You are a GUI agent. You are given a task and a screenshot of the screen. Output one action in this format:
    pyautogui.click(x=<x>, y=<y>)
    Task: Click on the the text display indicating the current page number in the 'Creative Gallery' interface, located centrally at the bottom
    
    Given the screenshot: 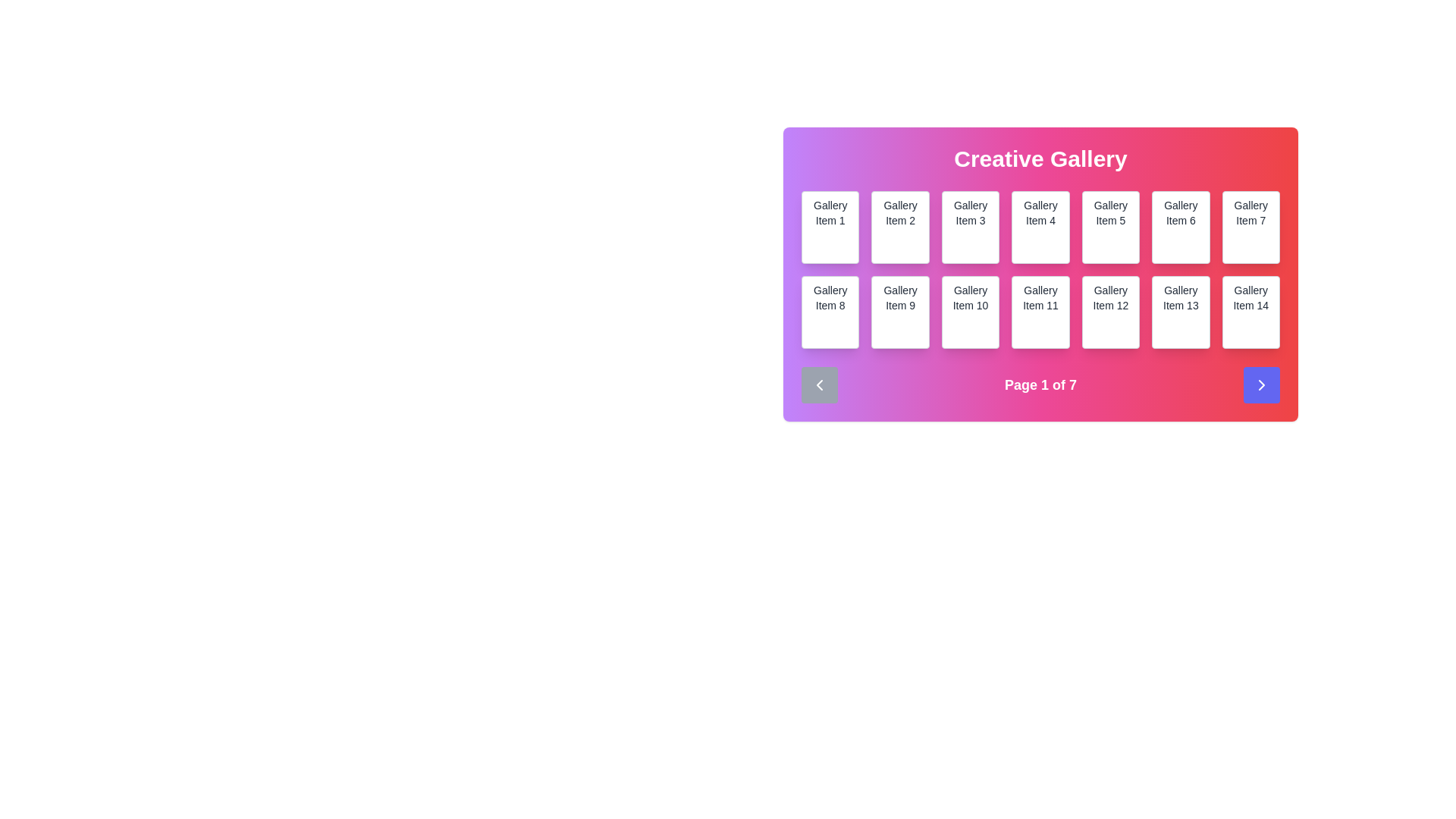 What is the action you would take?
    pyautogui.click(x=1040, y=384)
    